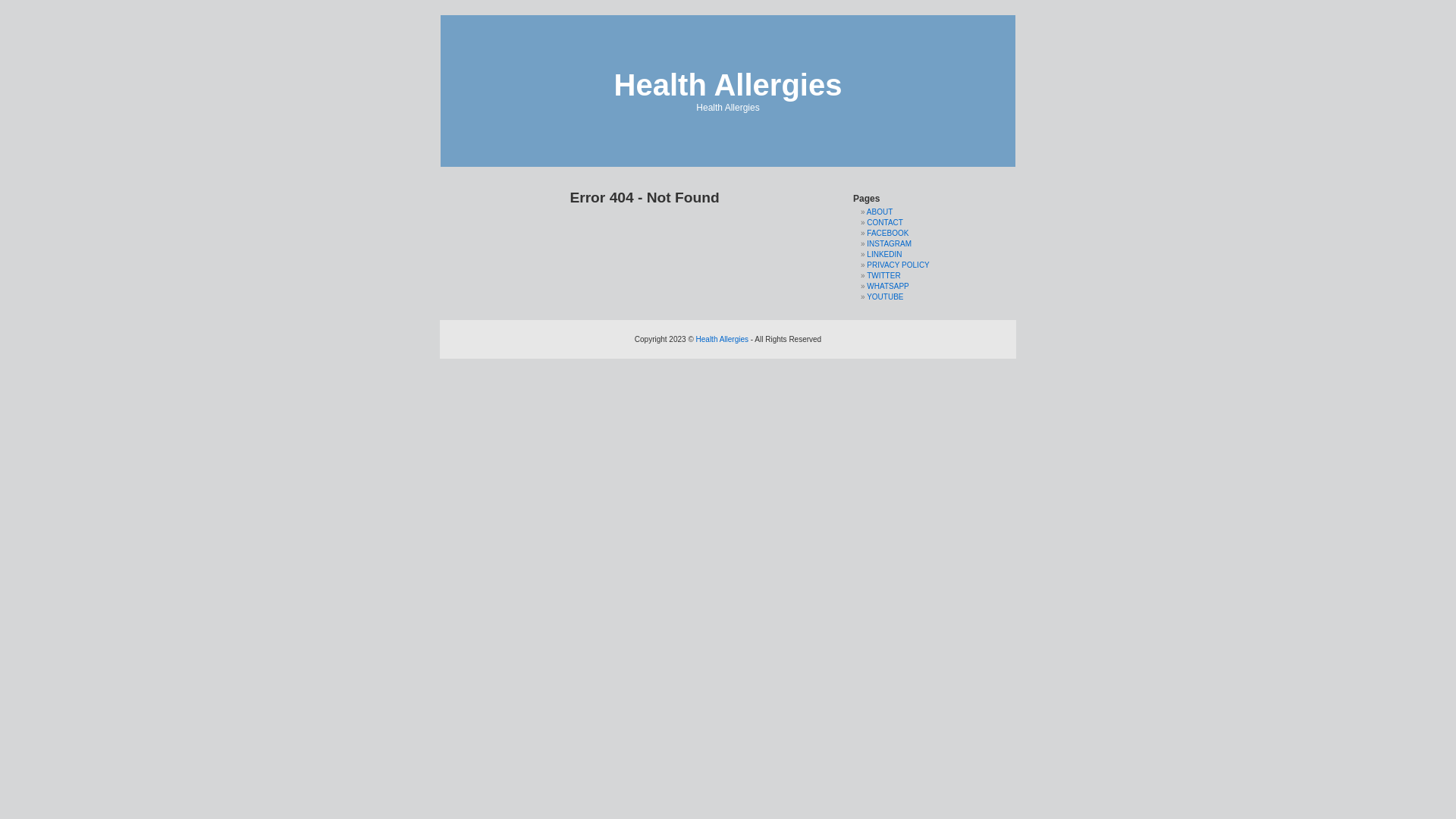  Describe the element at coordinates (884, 297) in the screenshot. I see `'YOUTUBE'` at that location.